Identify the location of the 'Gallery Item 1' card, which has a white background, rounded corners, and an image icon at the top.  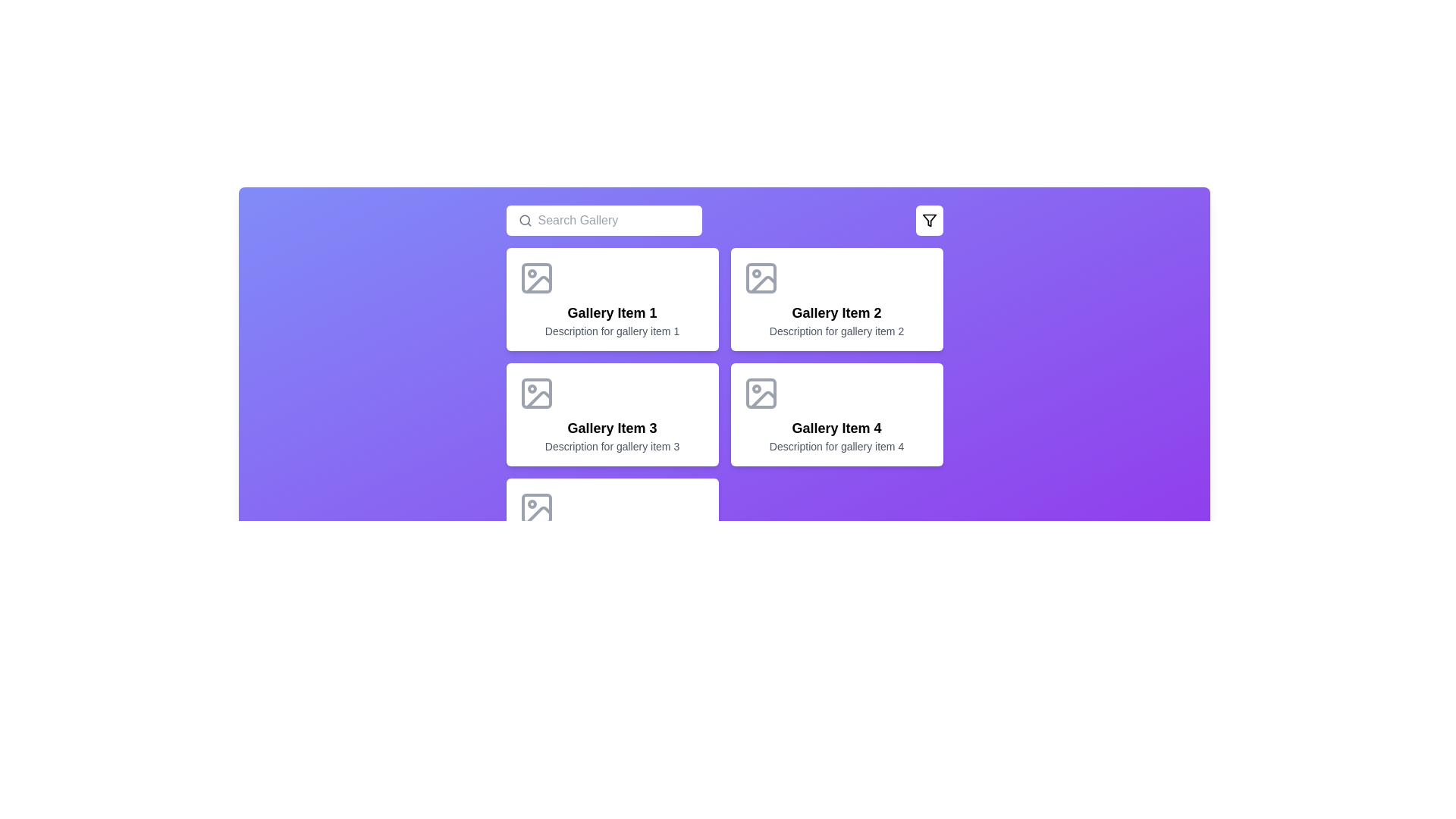
(612, 299).